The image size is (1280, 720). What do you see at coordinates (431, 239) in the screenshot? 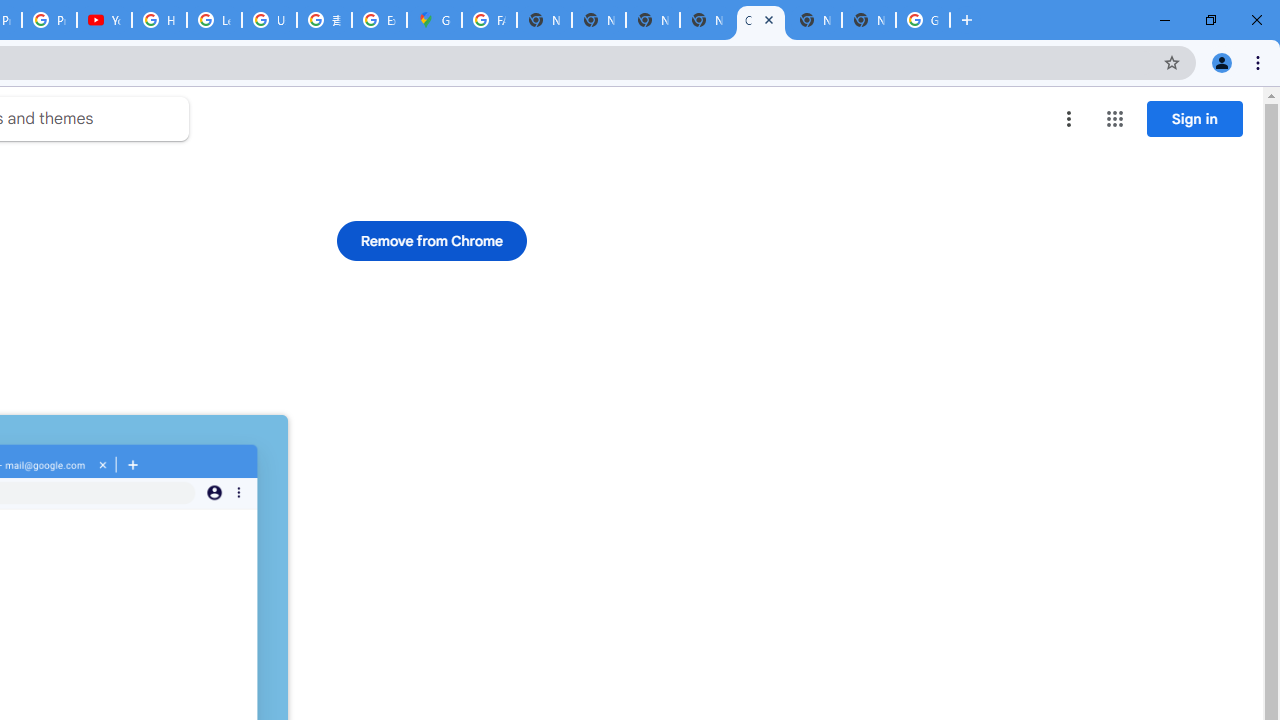
I see `'Remove from Chrome'` at bounding box center [431, 239].